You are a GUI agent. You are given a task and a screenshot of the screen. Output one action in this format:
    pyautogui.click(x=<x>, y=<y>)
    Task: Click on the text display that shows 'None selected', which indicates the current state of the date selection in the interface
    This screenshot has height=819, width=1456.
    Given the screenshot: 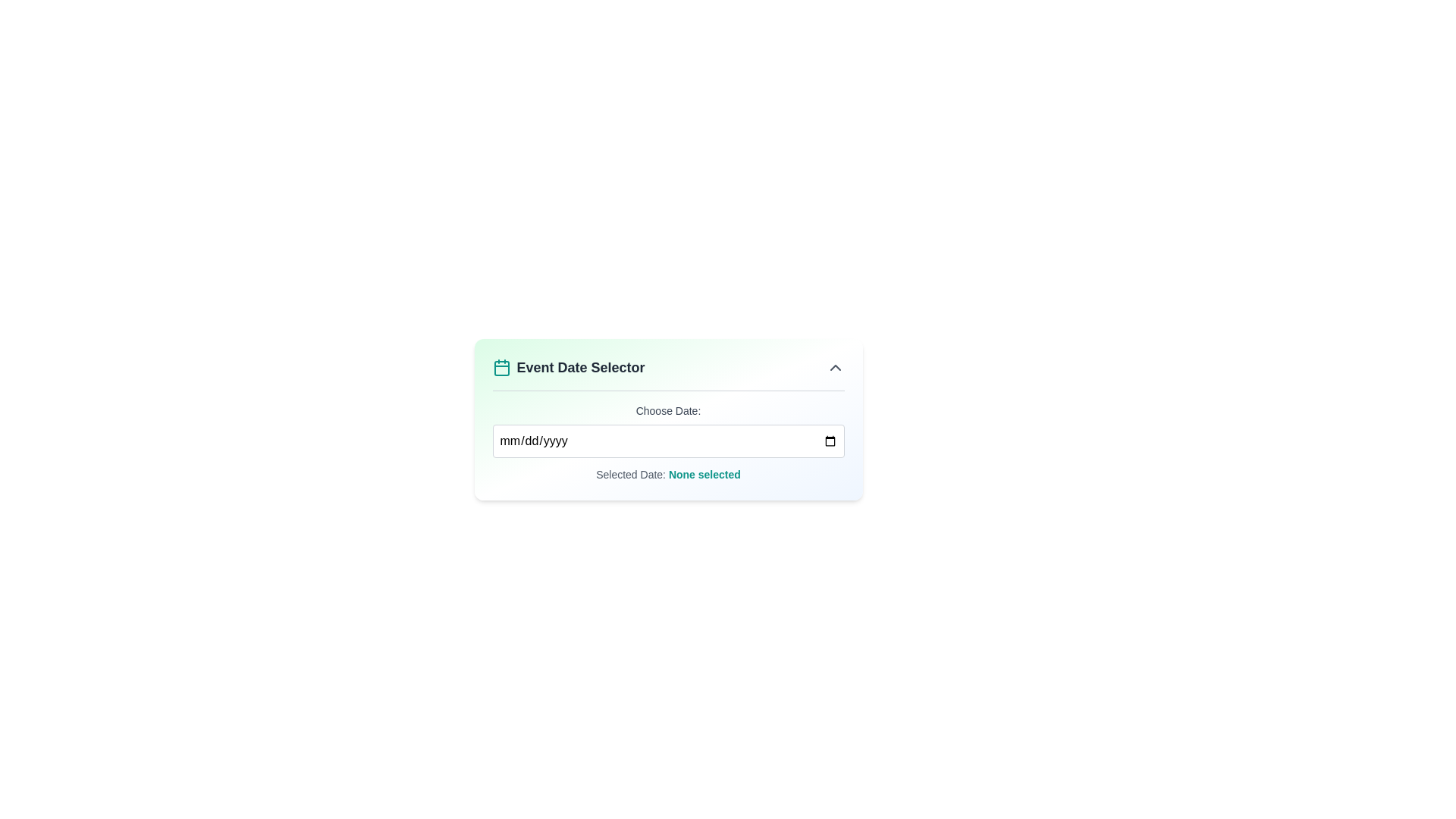 What is the action you would take?
    pyautogui.click(x=704, y=473)
    